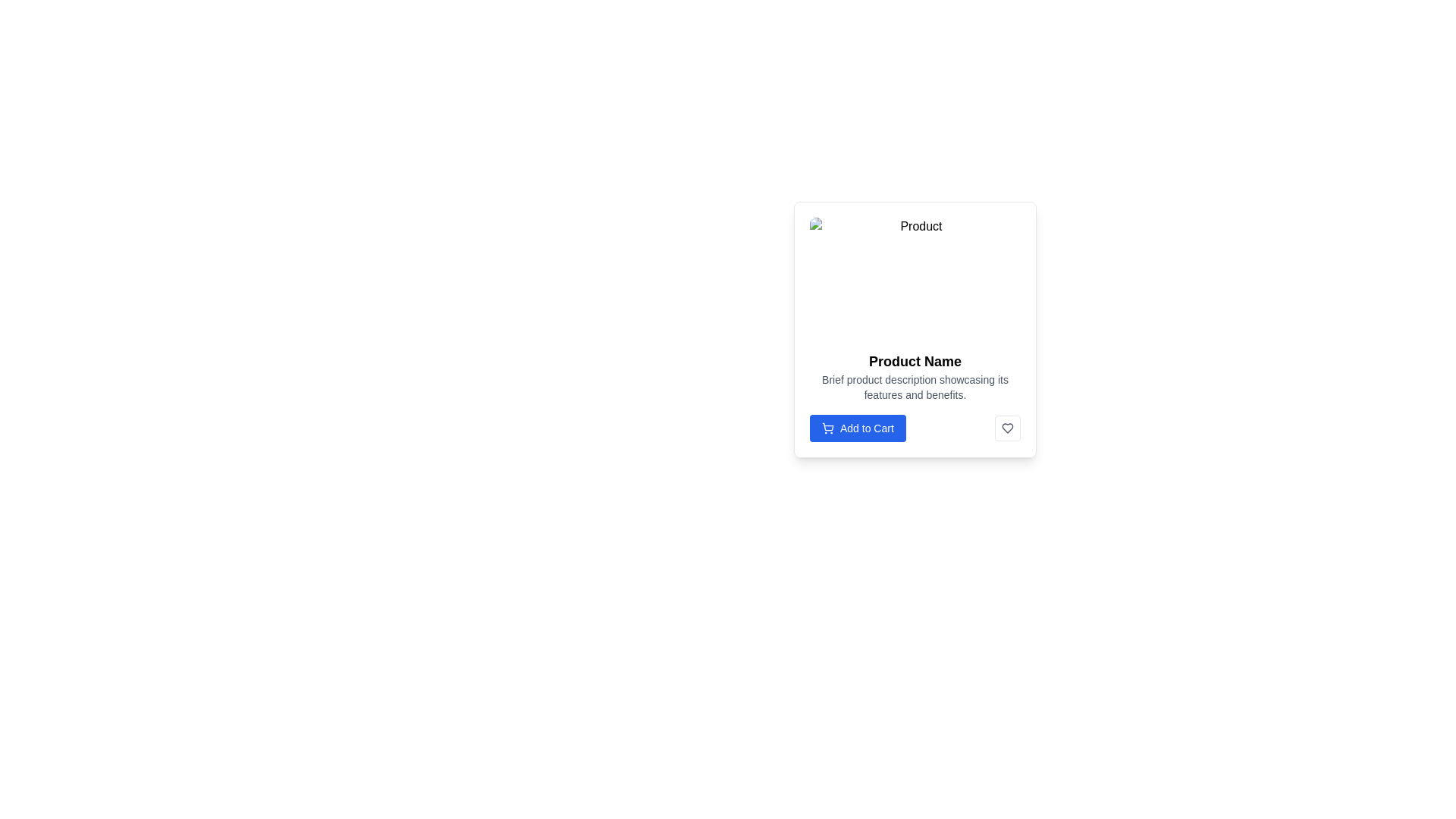 The width and height of the screenshot is (1456, 819). What do you see at coordinates (914, 278) in the screenshot?
I see `the product image that visually represents the product, located at the top of the card above the product name and buttons` at bounding box center [914, 278].